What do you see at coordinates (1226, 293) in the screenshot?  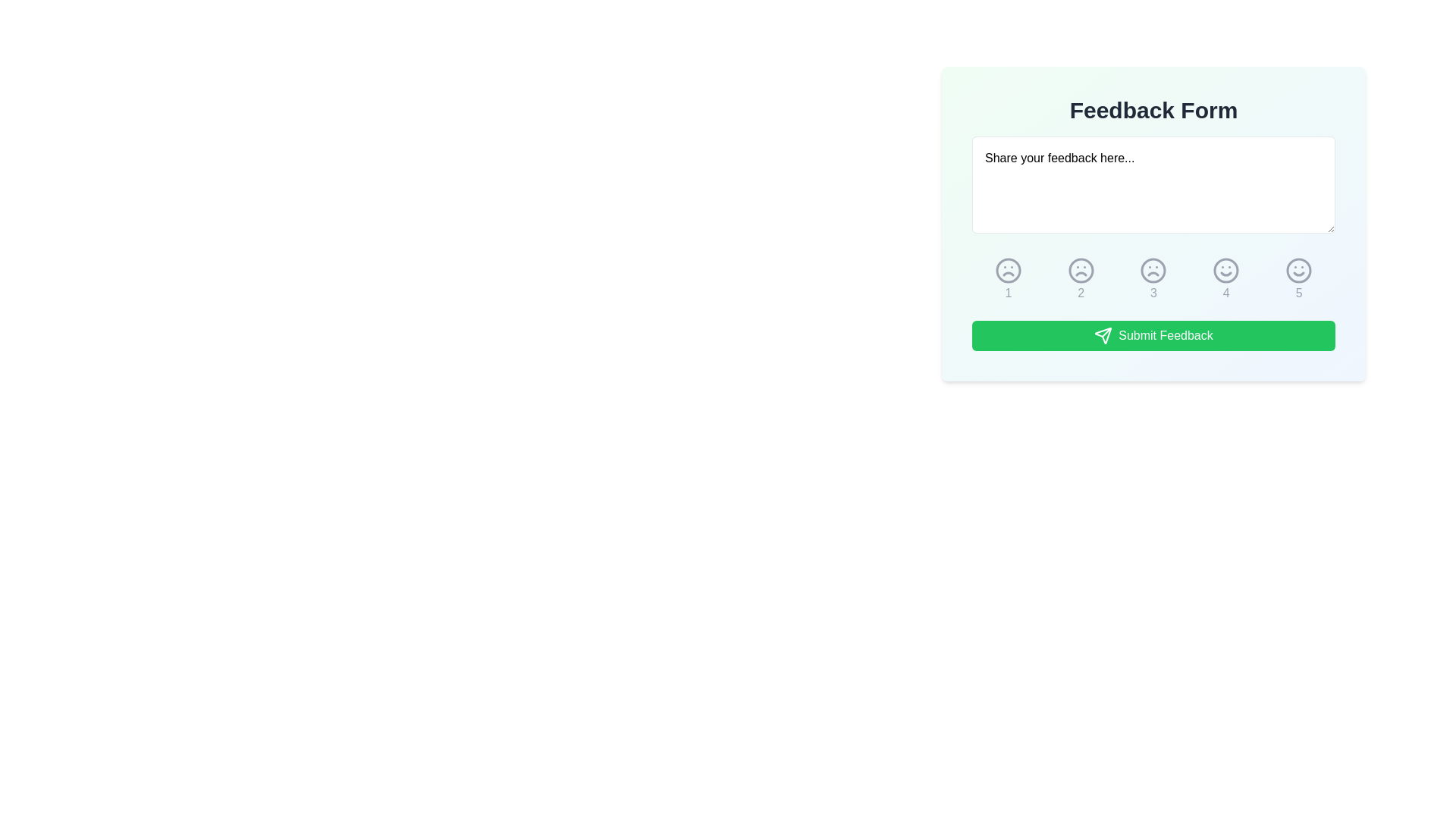 I see `the numeral '4' in the rating section of the feedback form, which is positioned between the numerals '3' and '5'` at bounding box center [1226, 293].